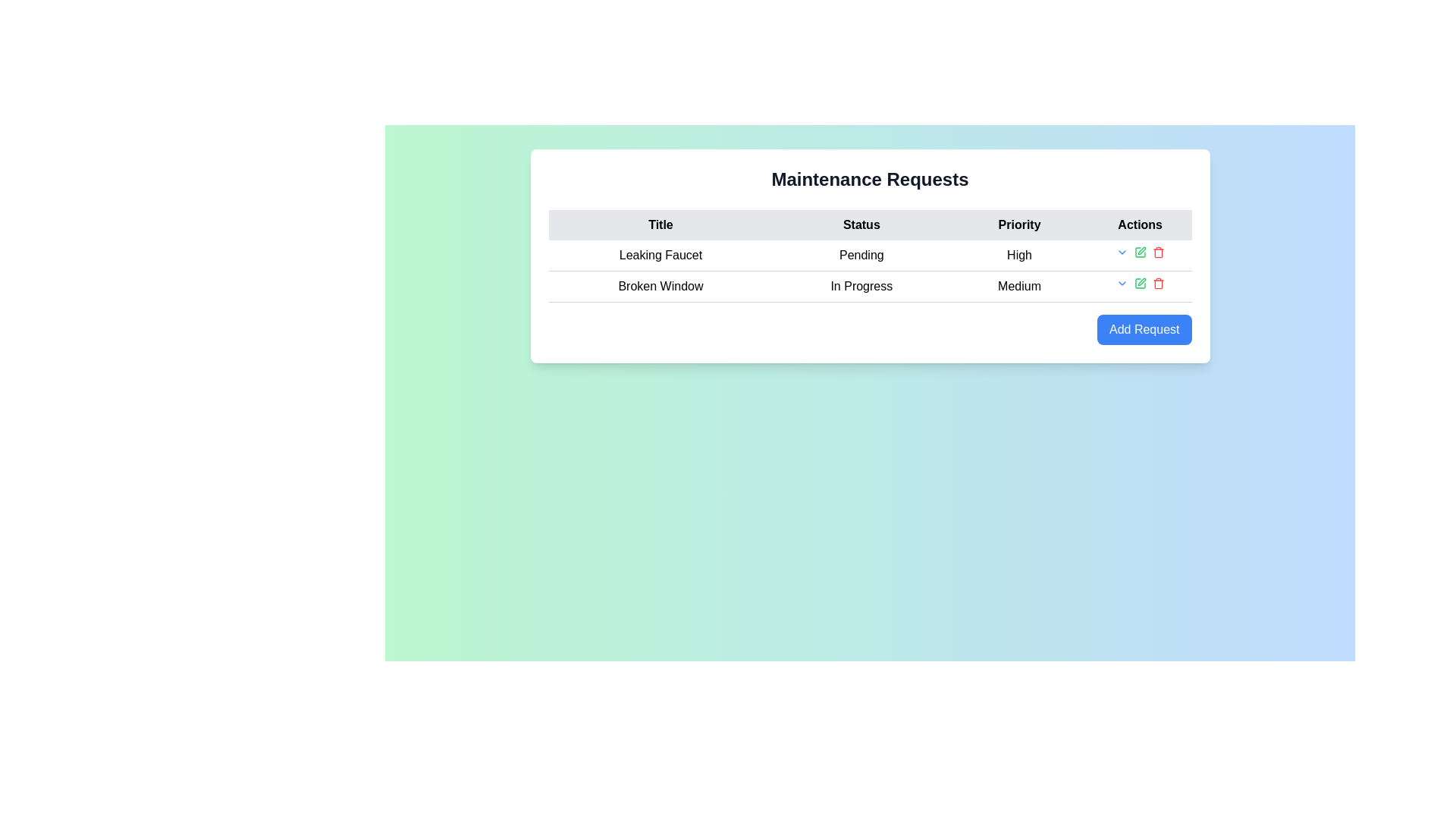  Describe the element at coordinates (870, 225) in the screenshot. I see `the table header row containing the headers 'Title', 'Status', 'Priority', and 'Actions', which is styled with a gray background and is the first row in the table under 'Maintenance Requests'` at that location.